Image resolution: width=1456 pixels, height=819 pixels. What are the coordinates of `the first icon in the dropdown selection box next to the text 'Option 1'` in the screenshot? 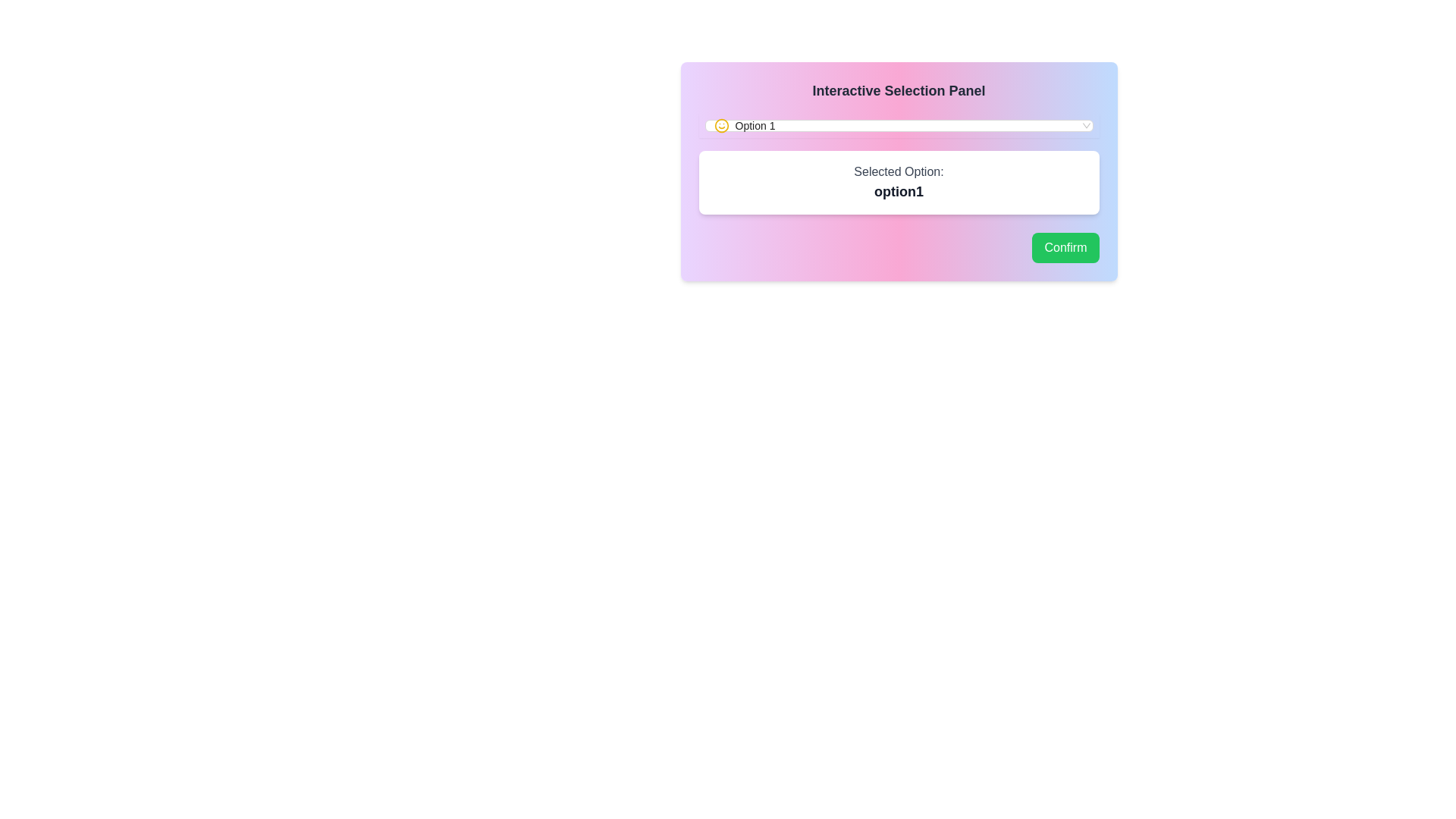 It's located at (720, 124).